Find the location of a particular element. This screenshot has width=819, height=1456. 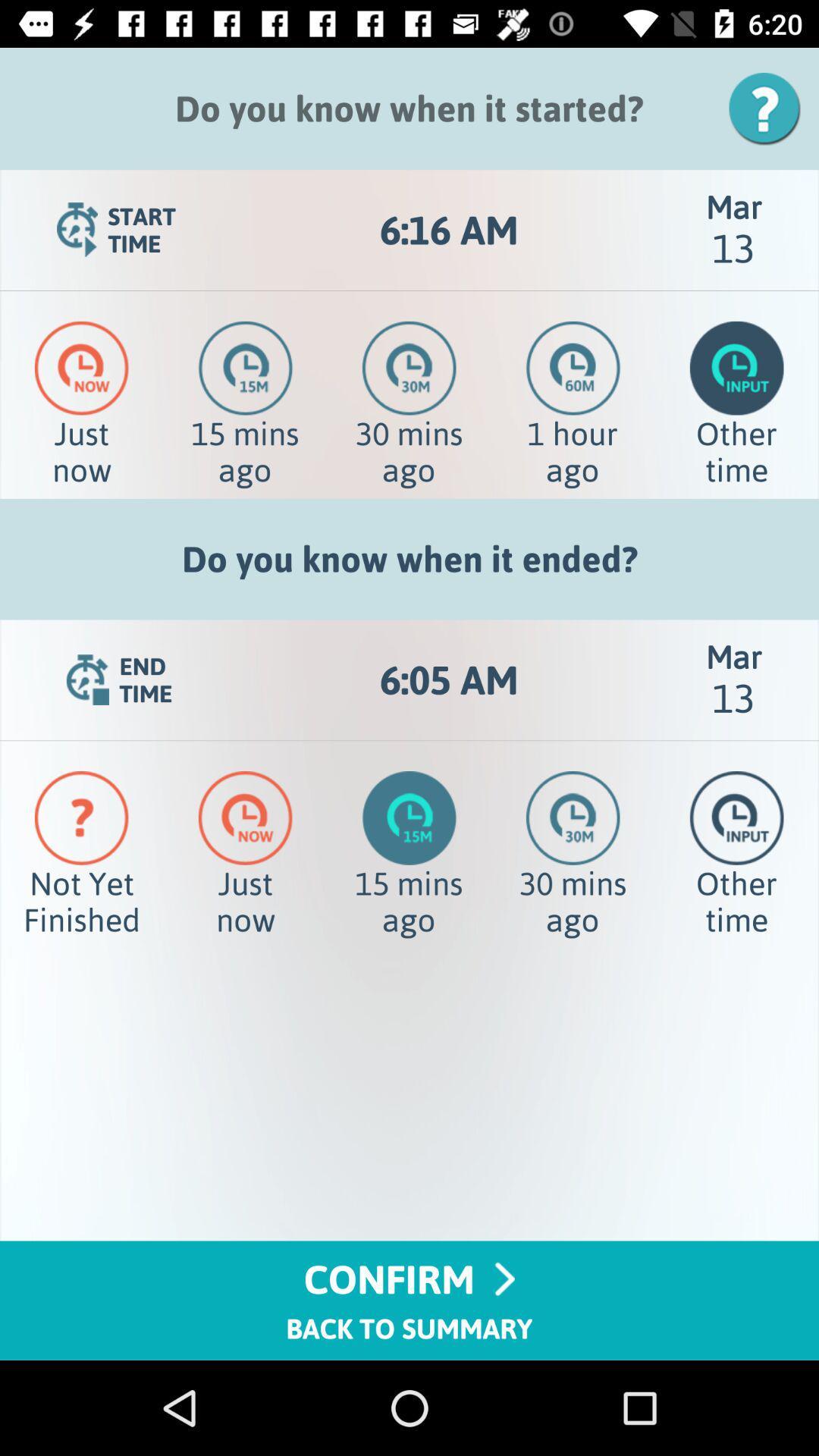

the time icon is located at coordinates (573, 368).